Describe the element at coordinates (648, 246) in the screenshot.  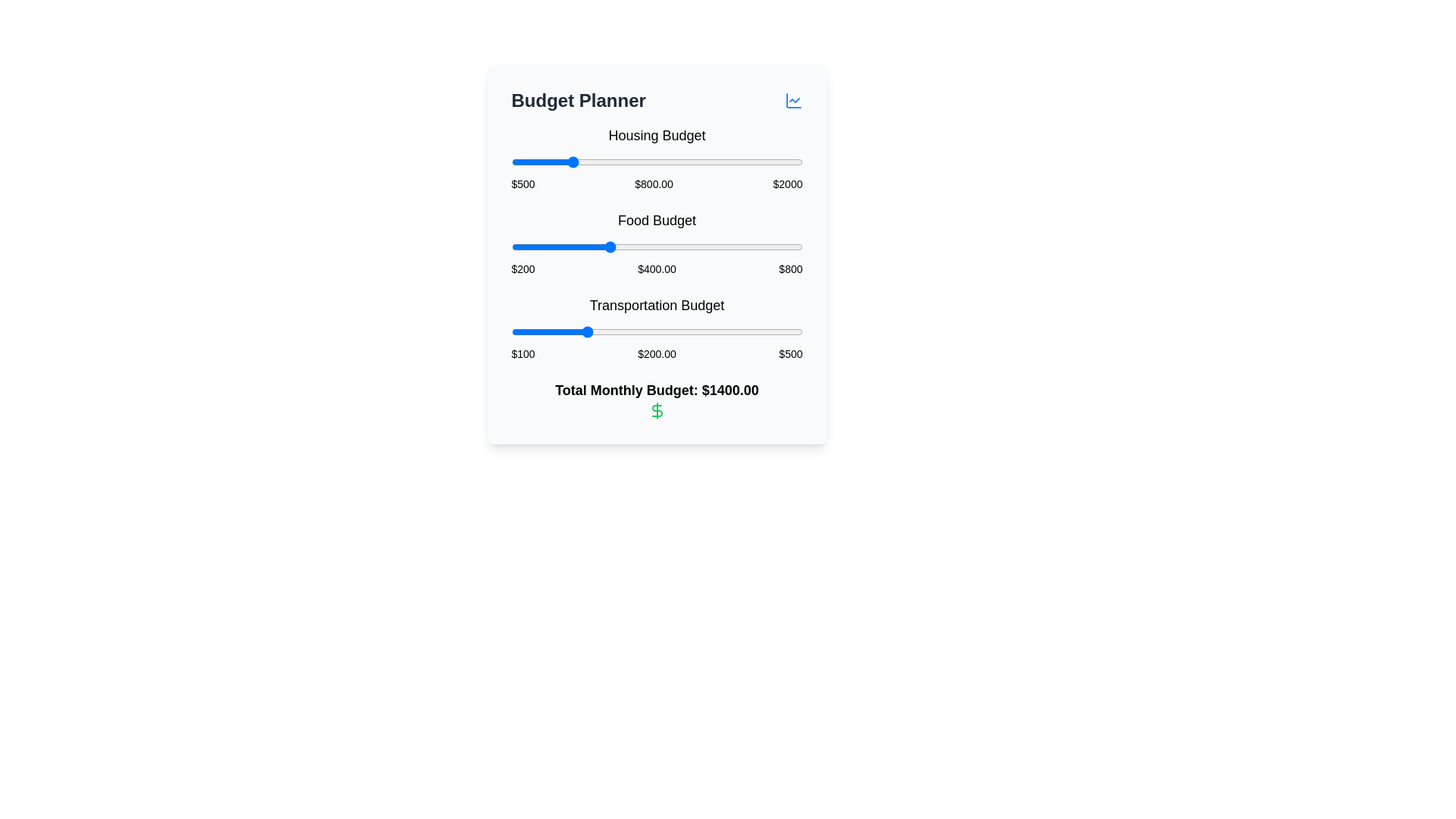
I see `the Food Budget slider value` at that location.